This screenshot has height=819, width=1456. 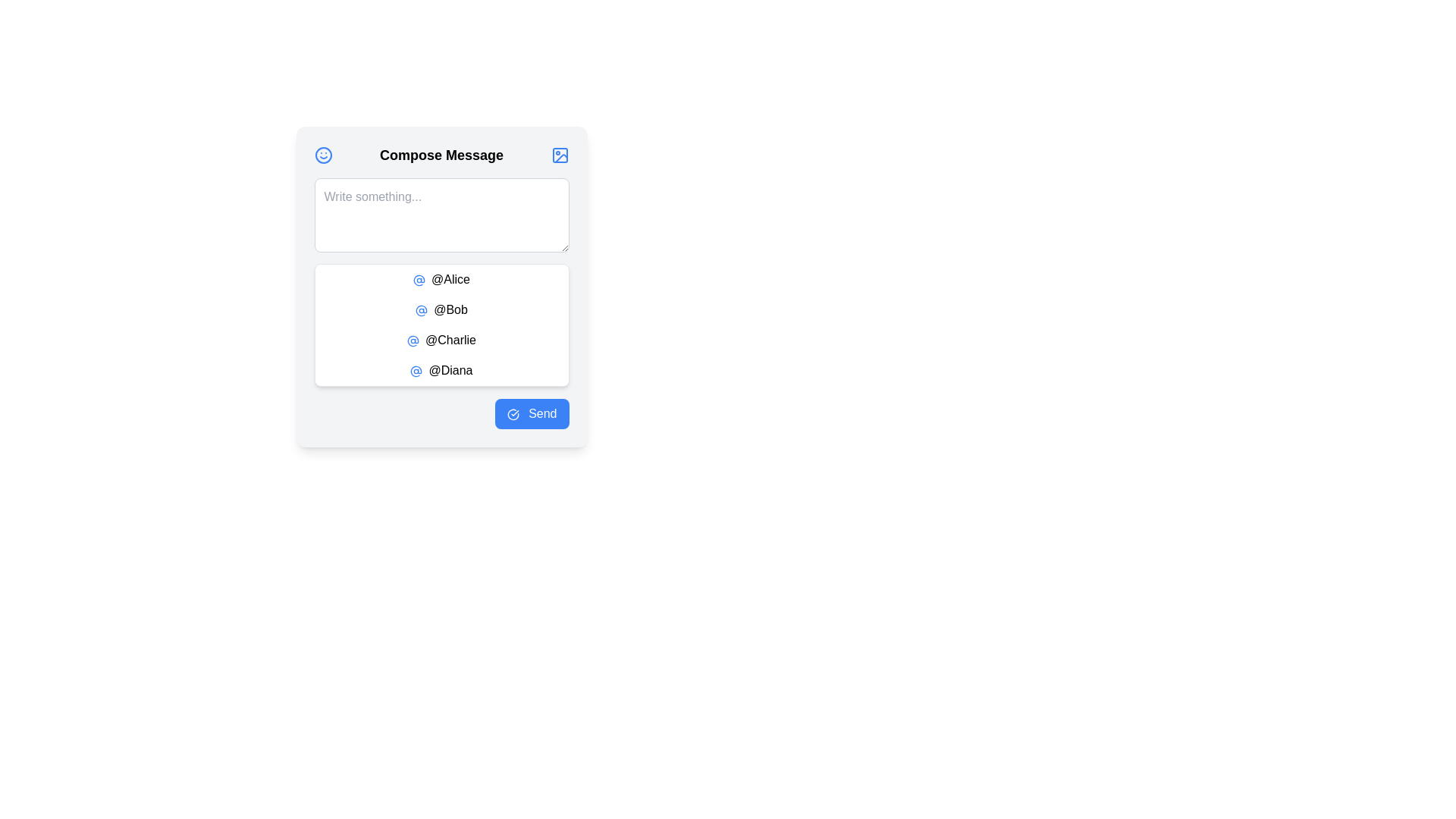 What do you see at coordinates (441, 155) in the screenshot?
I see `the bold heading text 'Compose Message' located at the top of the message composing interface, which is clearly legible and prominently styled` at bounding box center [441, 155].